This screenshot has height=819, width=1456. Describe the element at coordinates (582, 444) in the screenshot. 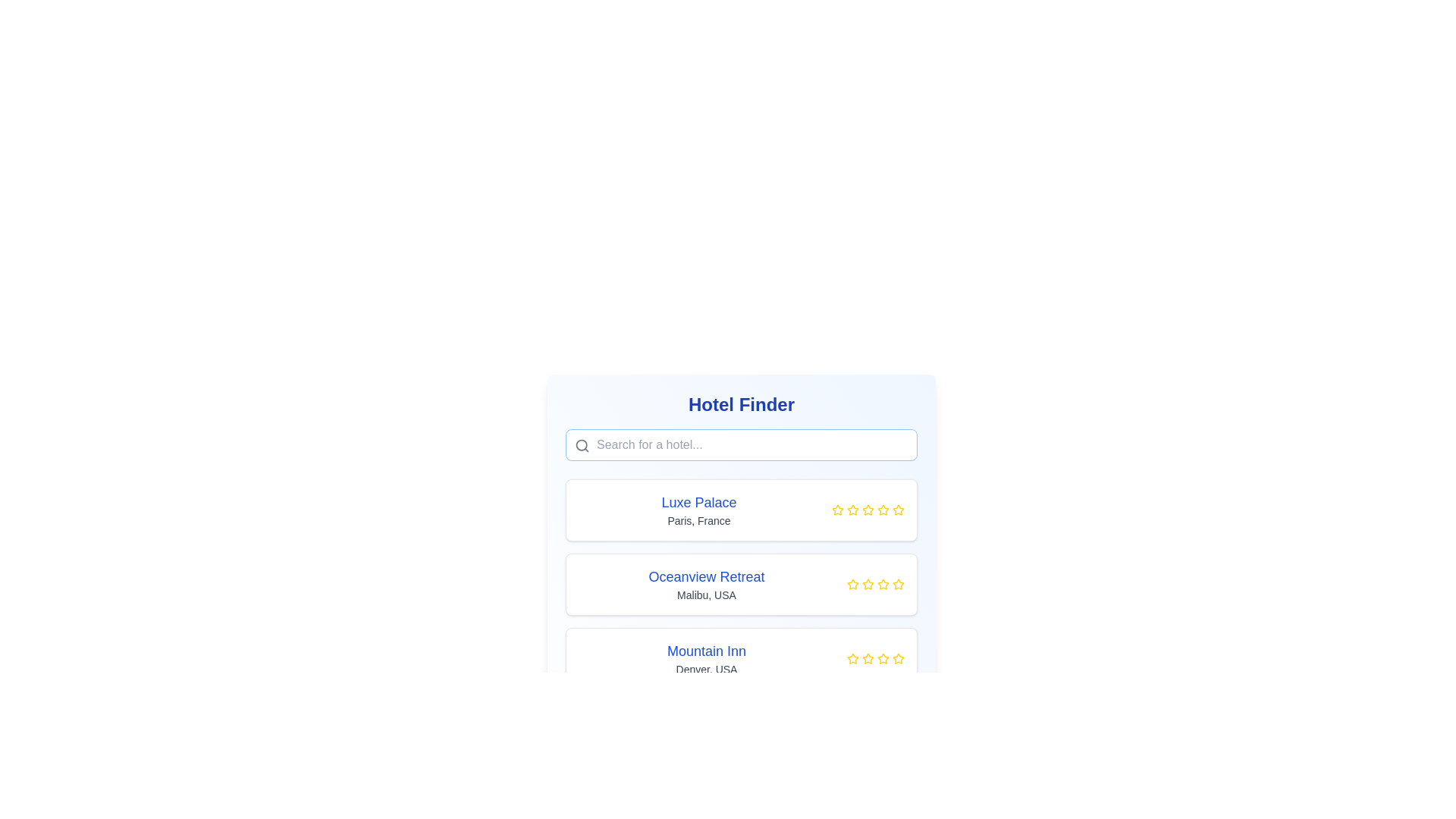

I see `the search icon, which is a gray outlined magnifying glass located on the left side of the search bar` at that location.